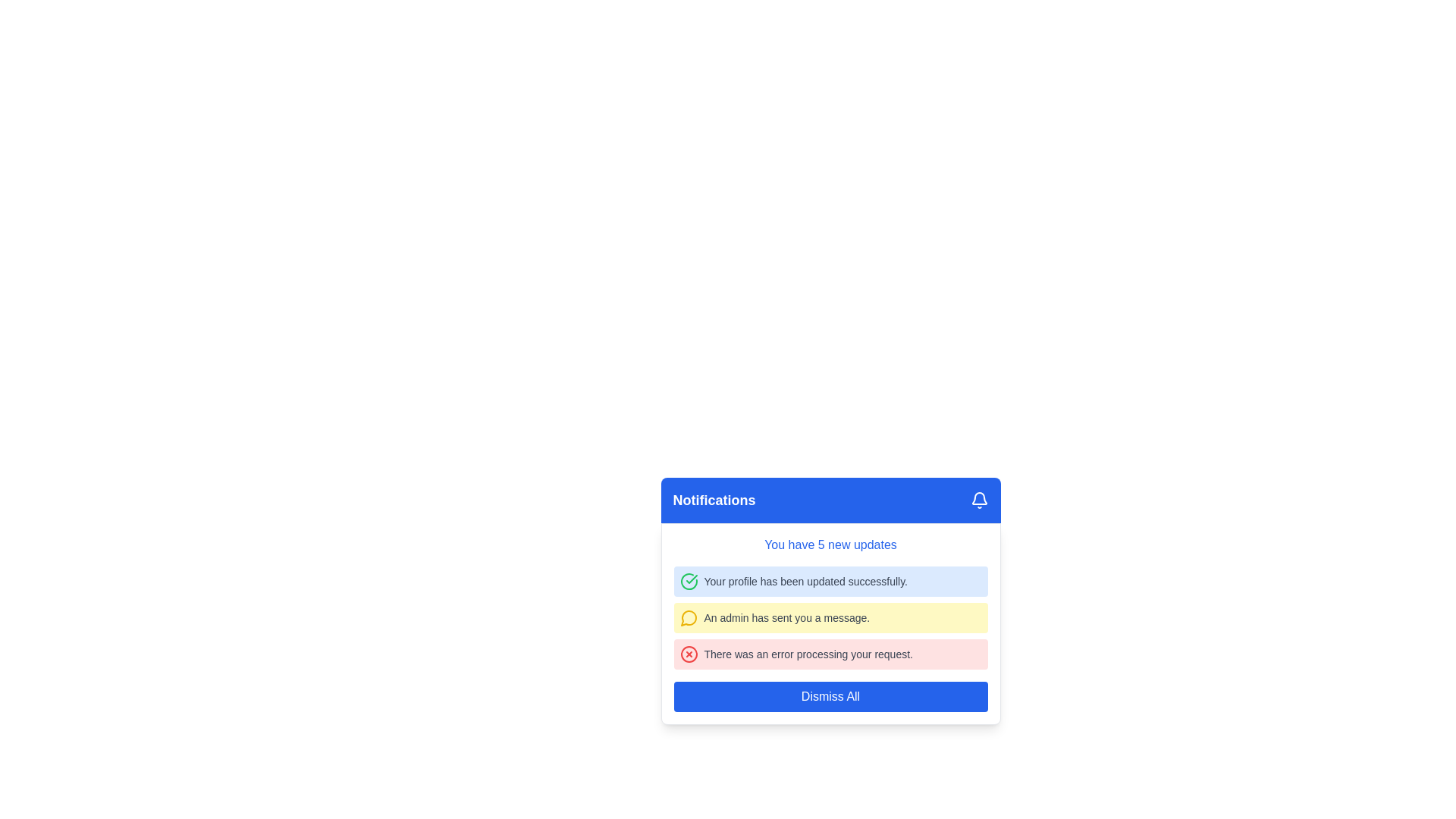 The height and width of the screenshot is (819, 1456). I want to click on the circular comment bubble icon in light yellow color associated with the notification titled 'An admin has sent you a message.', so click(687, 617).